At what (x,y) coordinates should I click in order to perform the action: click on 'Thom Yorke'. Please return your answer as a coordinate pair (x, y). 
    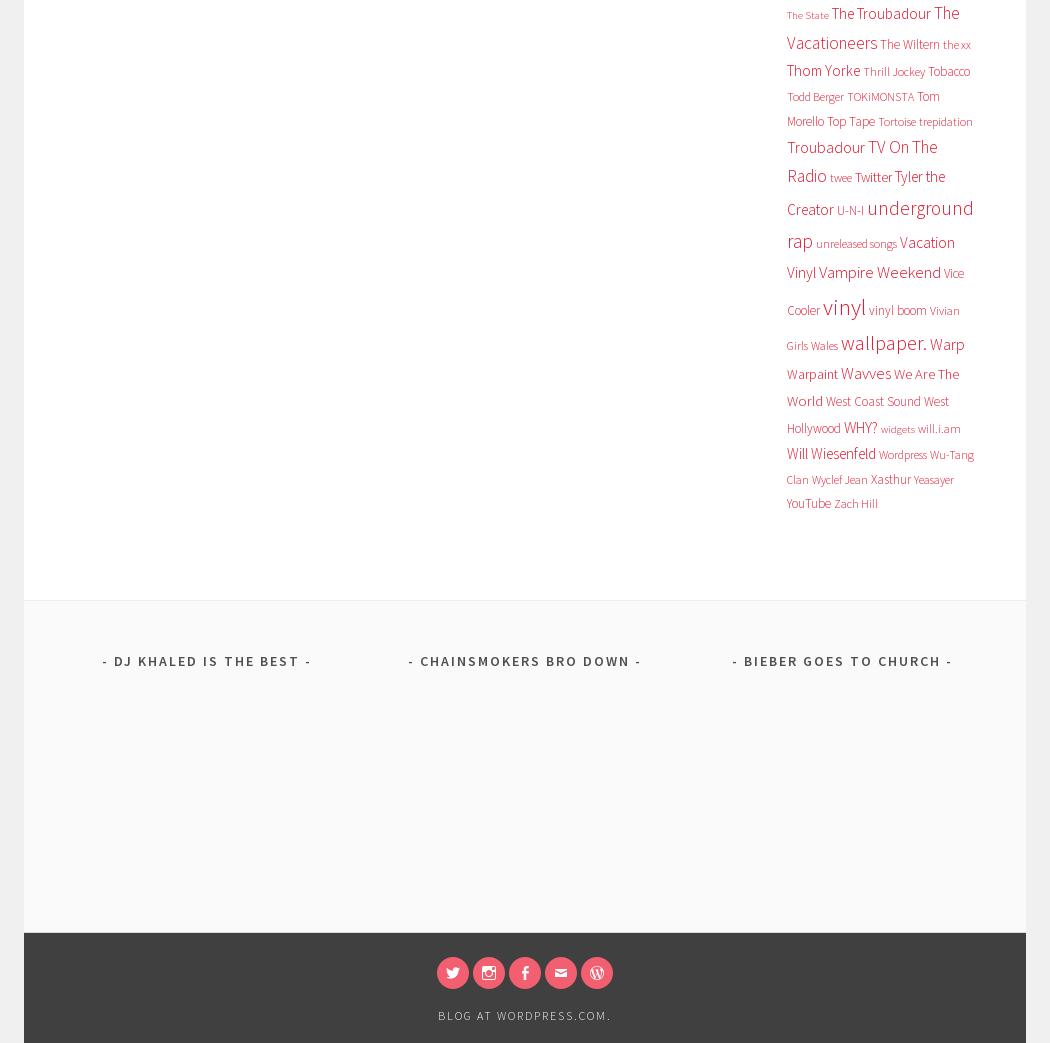
    Looking at the image, I should click on (821, 69).